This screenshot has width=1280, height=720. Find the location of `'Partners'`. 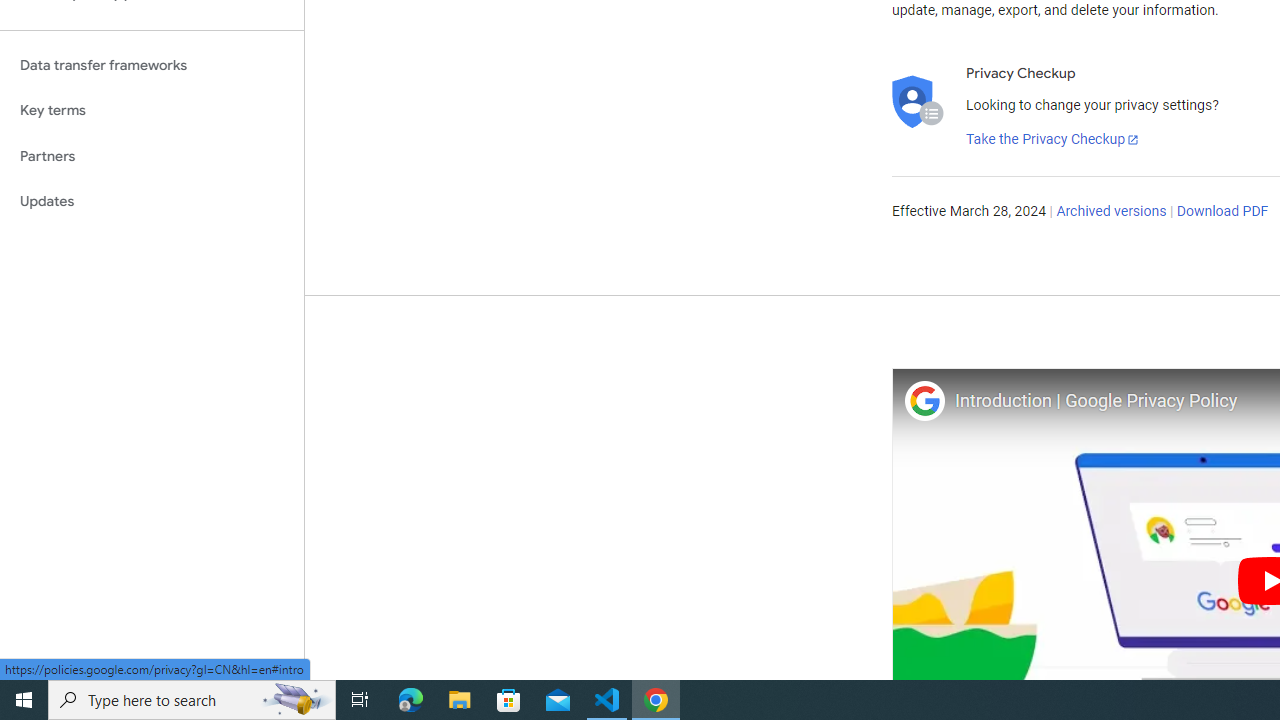

'Partners' is located at coordinates (151, 155).